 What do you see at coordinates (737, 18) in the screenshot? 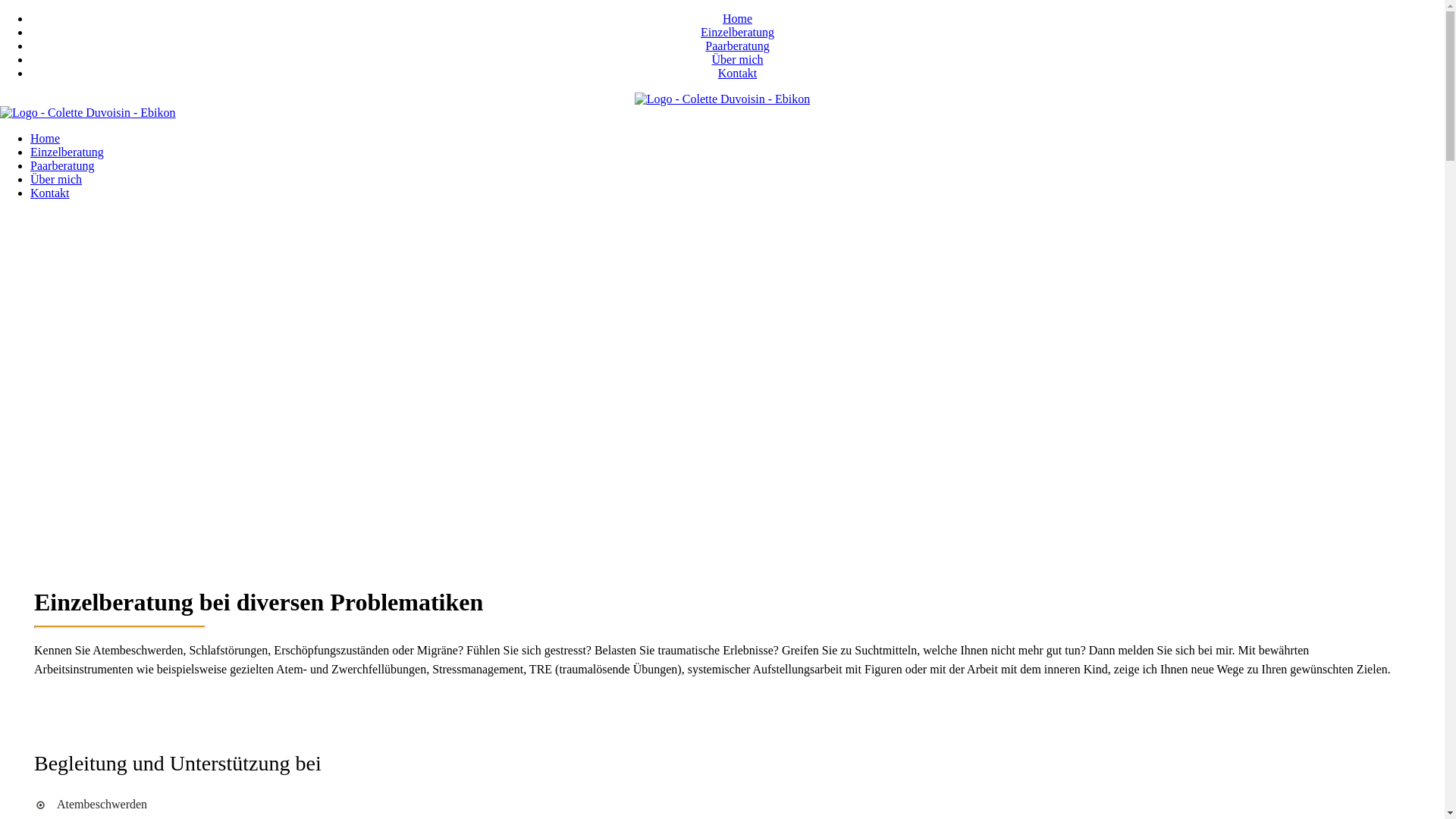
I see `'Home'` at bounding box center [737, 18].